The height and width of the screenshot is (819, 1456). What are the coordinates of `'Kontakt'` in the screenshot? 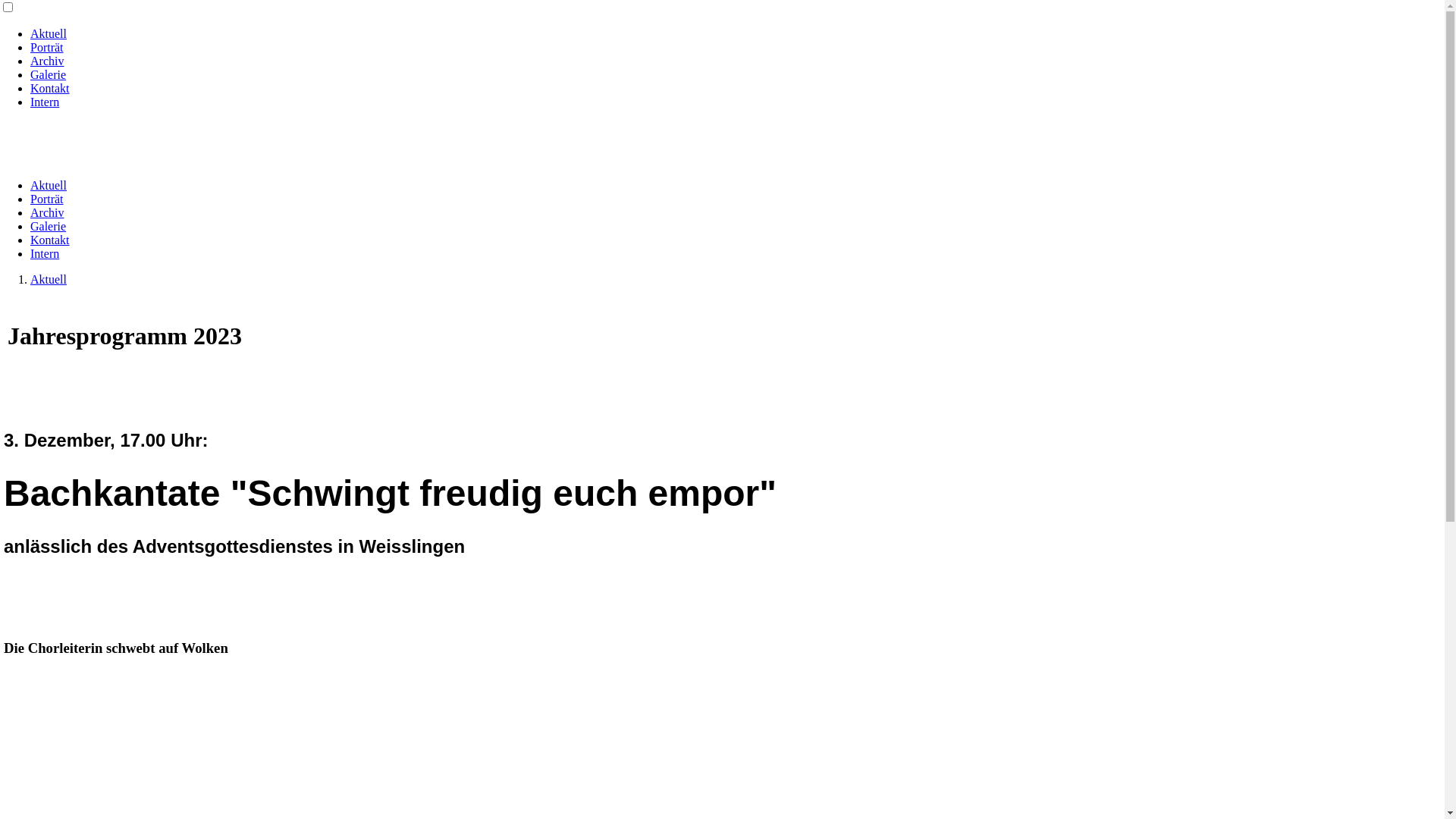 It's located at (50, 88).